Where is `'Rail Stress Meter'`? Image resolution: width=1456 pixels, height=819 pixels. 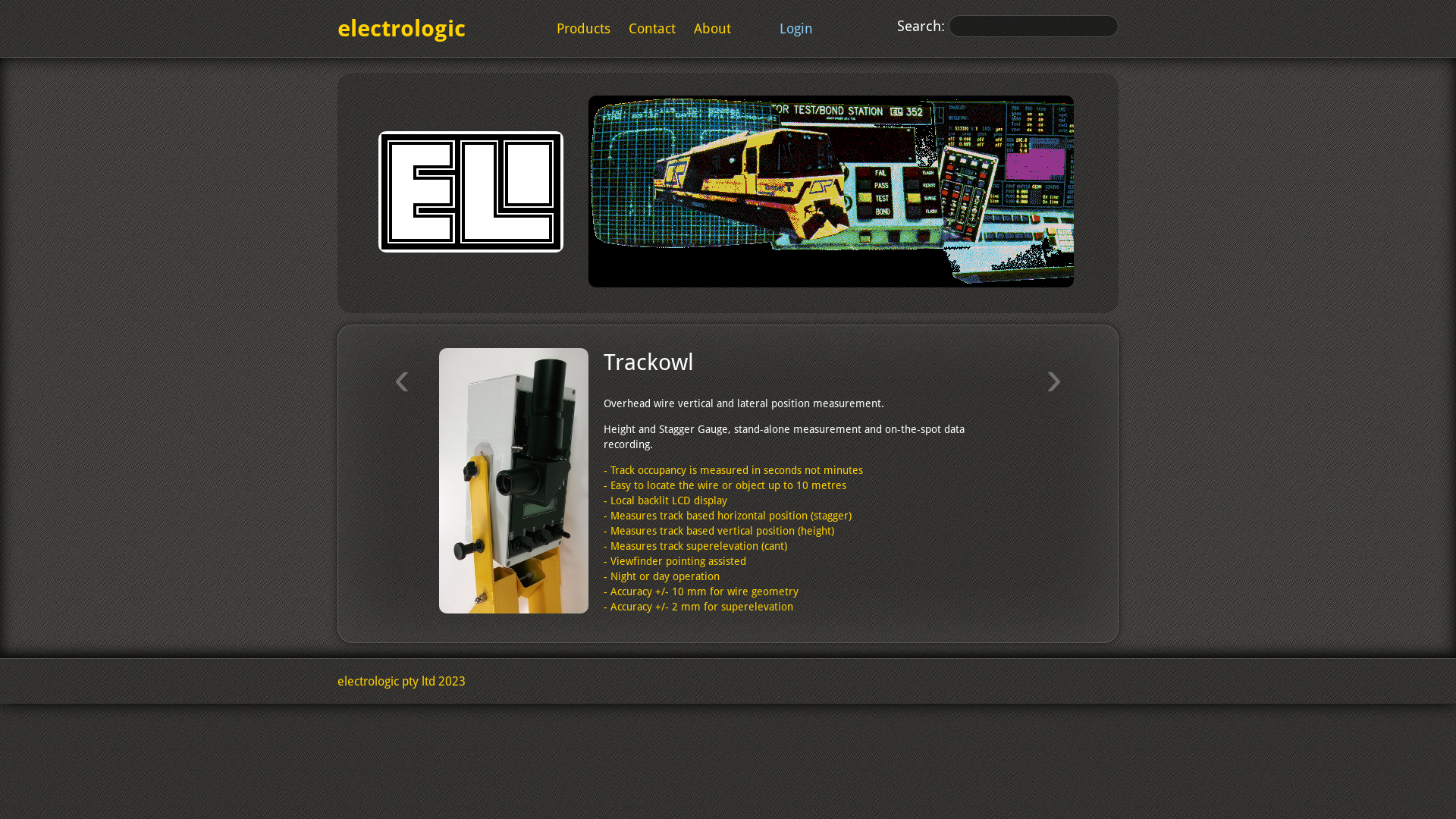
'Rail Stress Meter' is located at coordinates (105, 362).